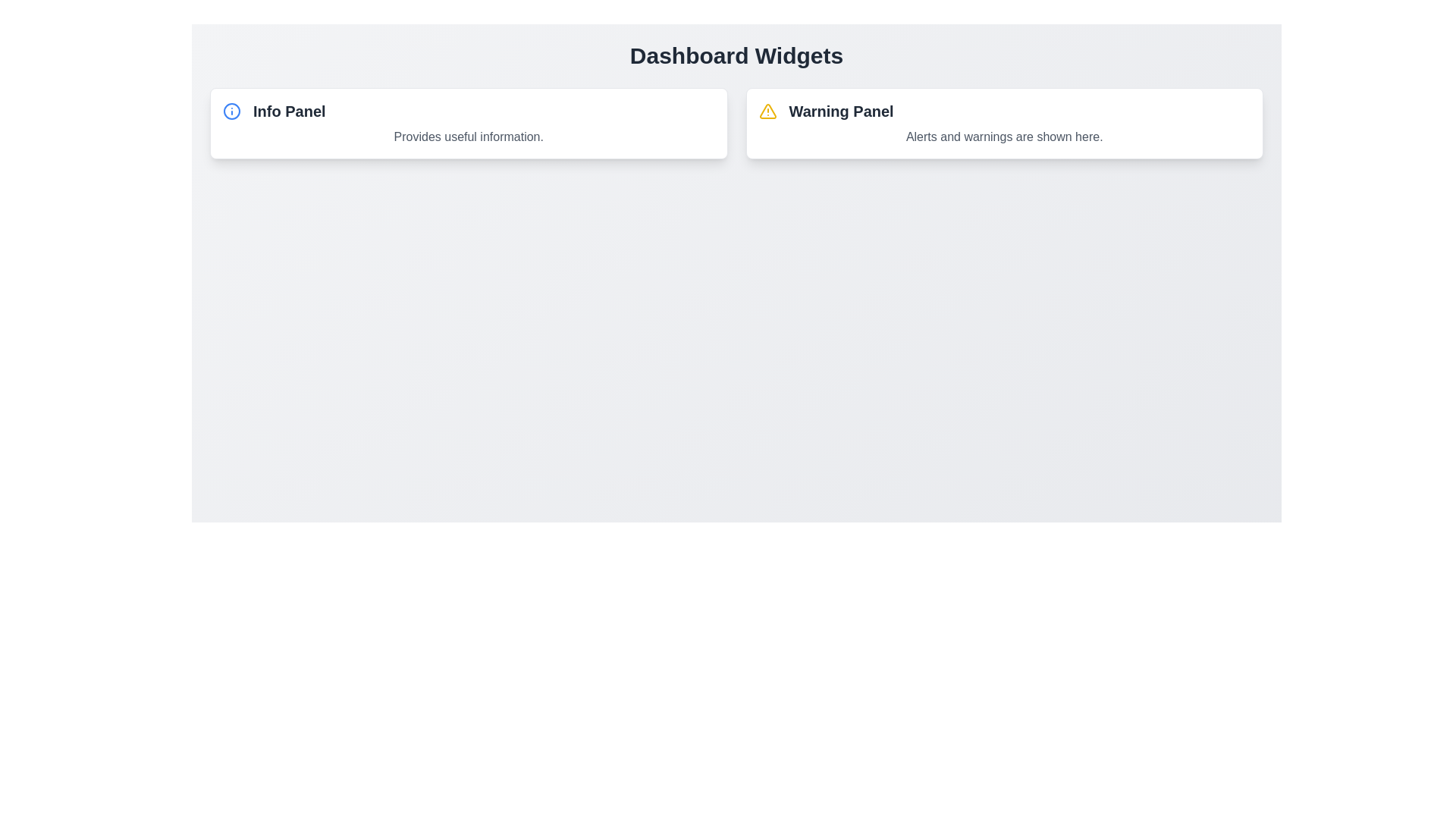  Describe the element at coordinates (468, 137) in the screenshot. I see `the static text element that contains the phrase 'Provides useful information.' It is styled in a subtle gray color and is located directly below the 'Info Panel' title text within a card-like component` at that location.